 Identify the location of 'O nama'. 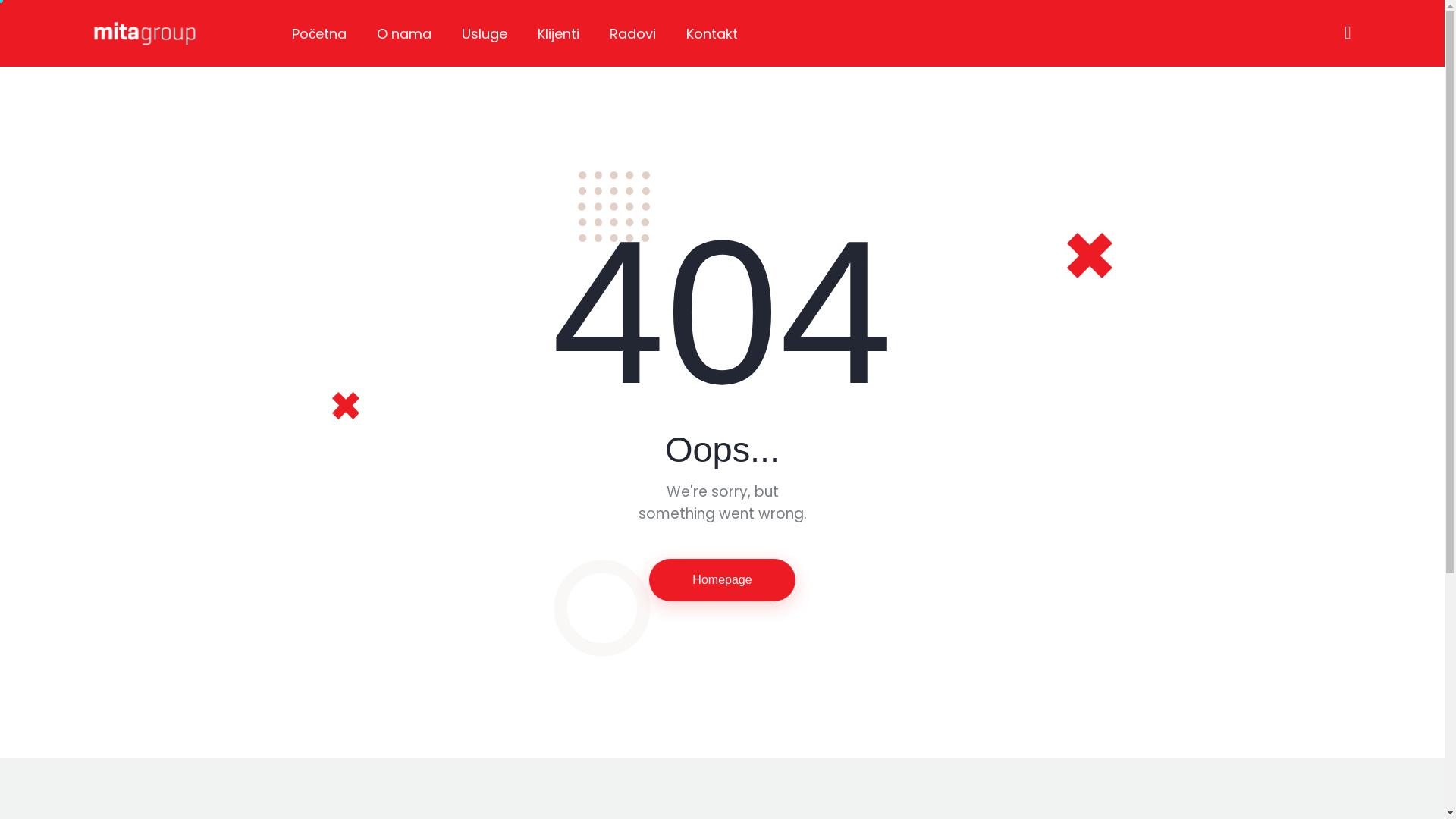
(403, 34).